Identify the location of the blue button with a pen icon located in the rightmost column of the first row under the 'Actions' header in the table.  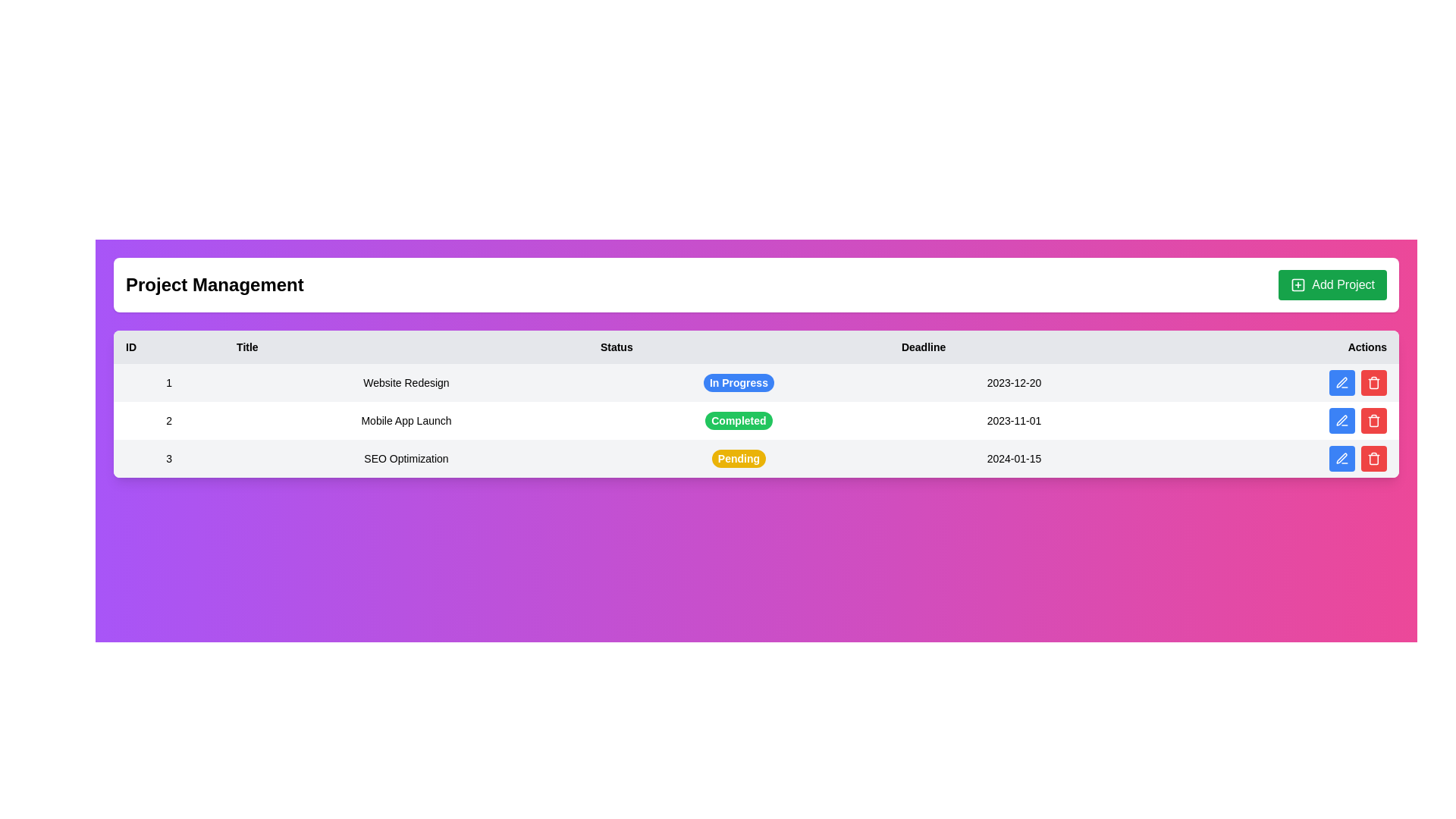
(1342, 382).